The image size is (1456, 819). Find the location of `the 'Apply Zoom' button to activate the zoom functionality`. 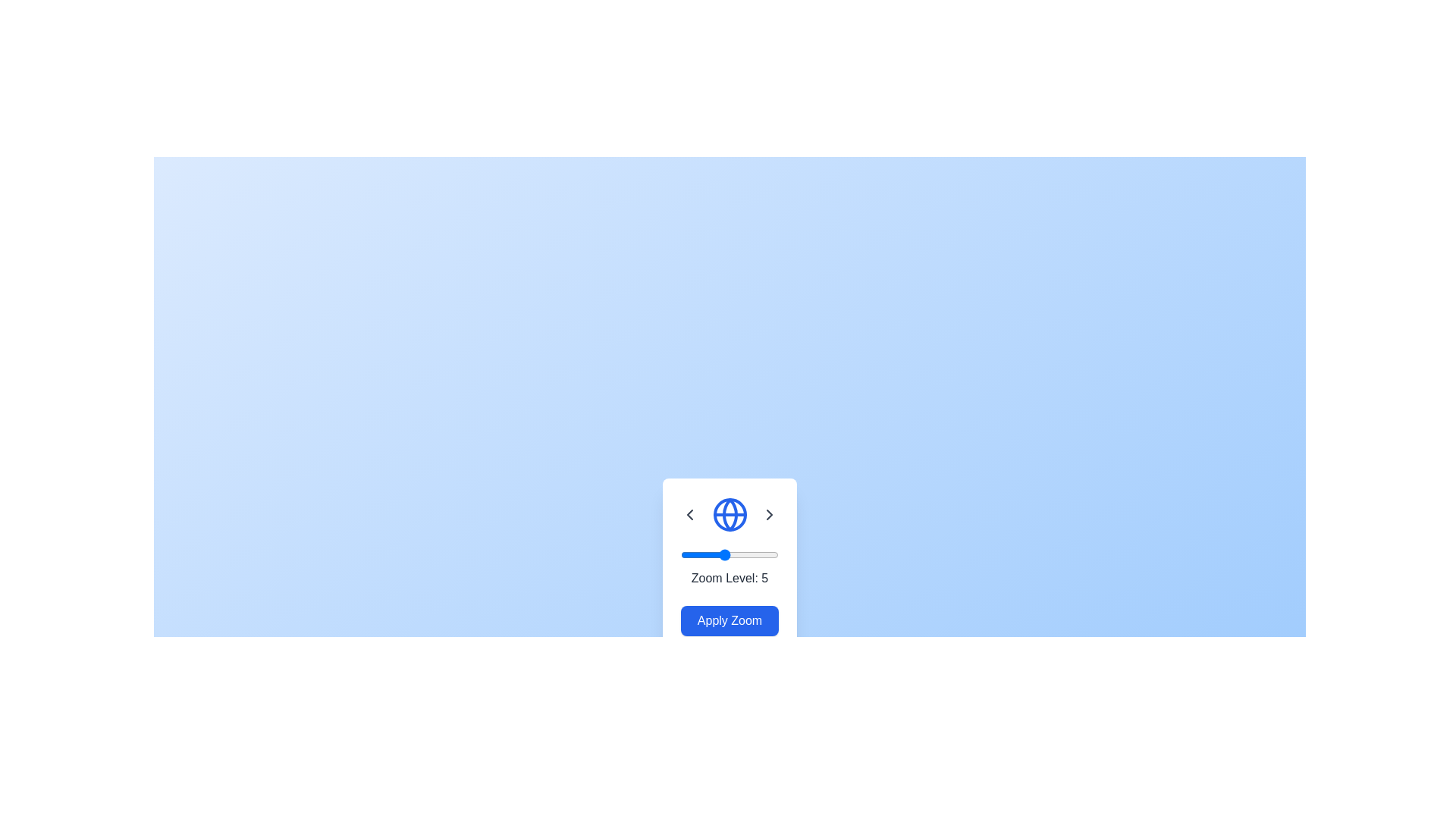

the 'Apply Zoom' button to activate the zoom functionality is located at coordinates (730, 620).